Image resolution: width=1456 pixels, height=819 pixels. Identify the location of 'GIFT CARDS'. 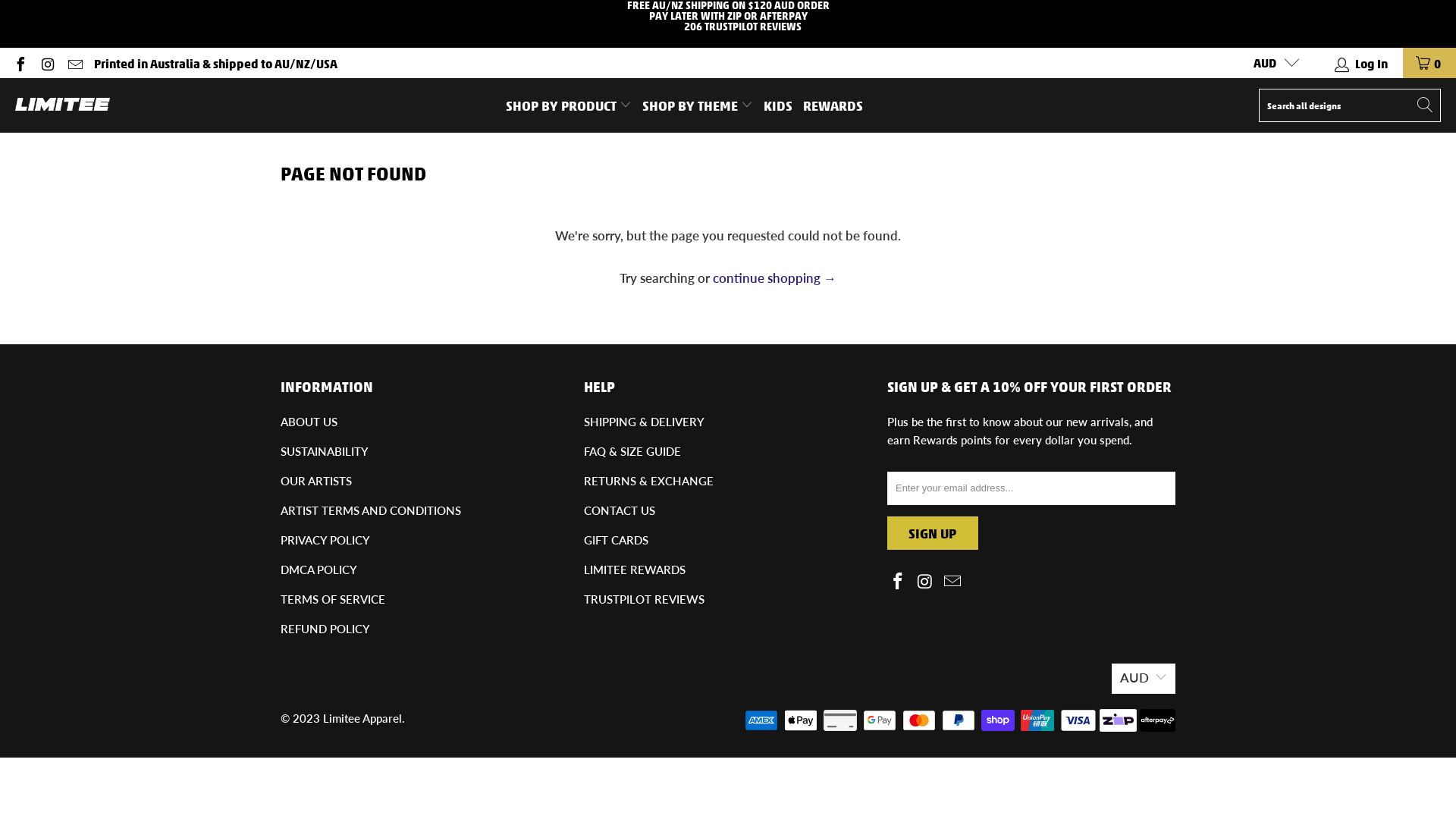
(616, 539).